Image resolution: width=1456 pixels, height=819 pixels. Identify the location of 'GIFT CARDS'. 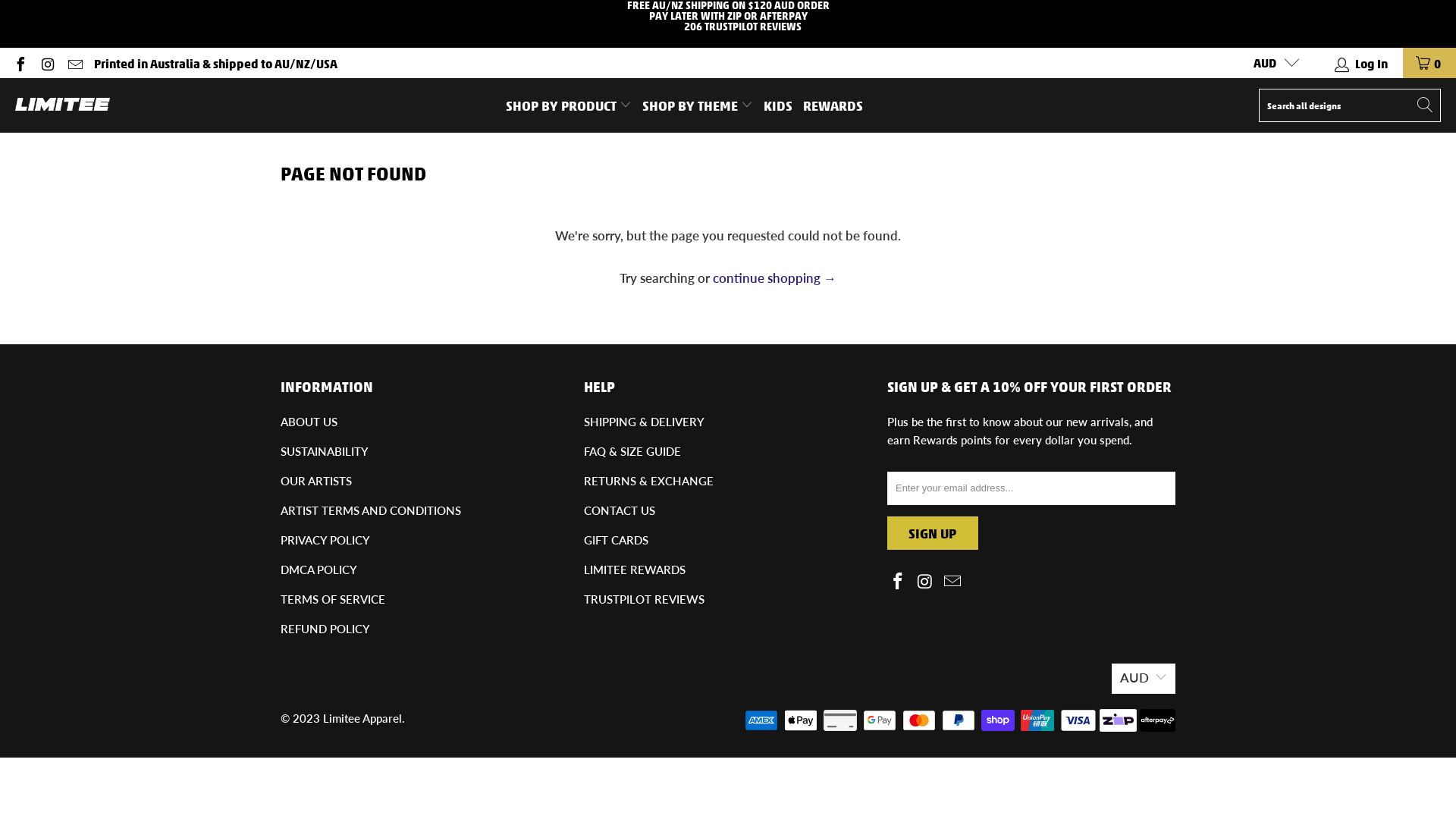
(616, 539).